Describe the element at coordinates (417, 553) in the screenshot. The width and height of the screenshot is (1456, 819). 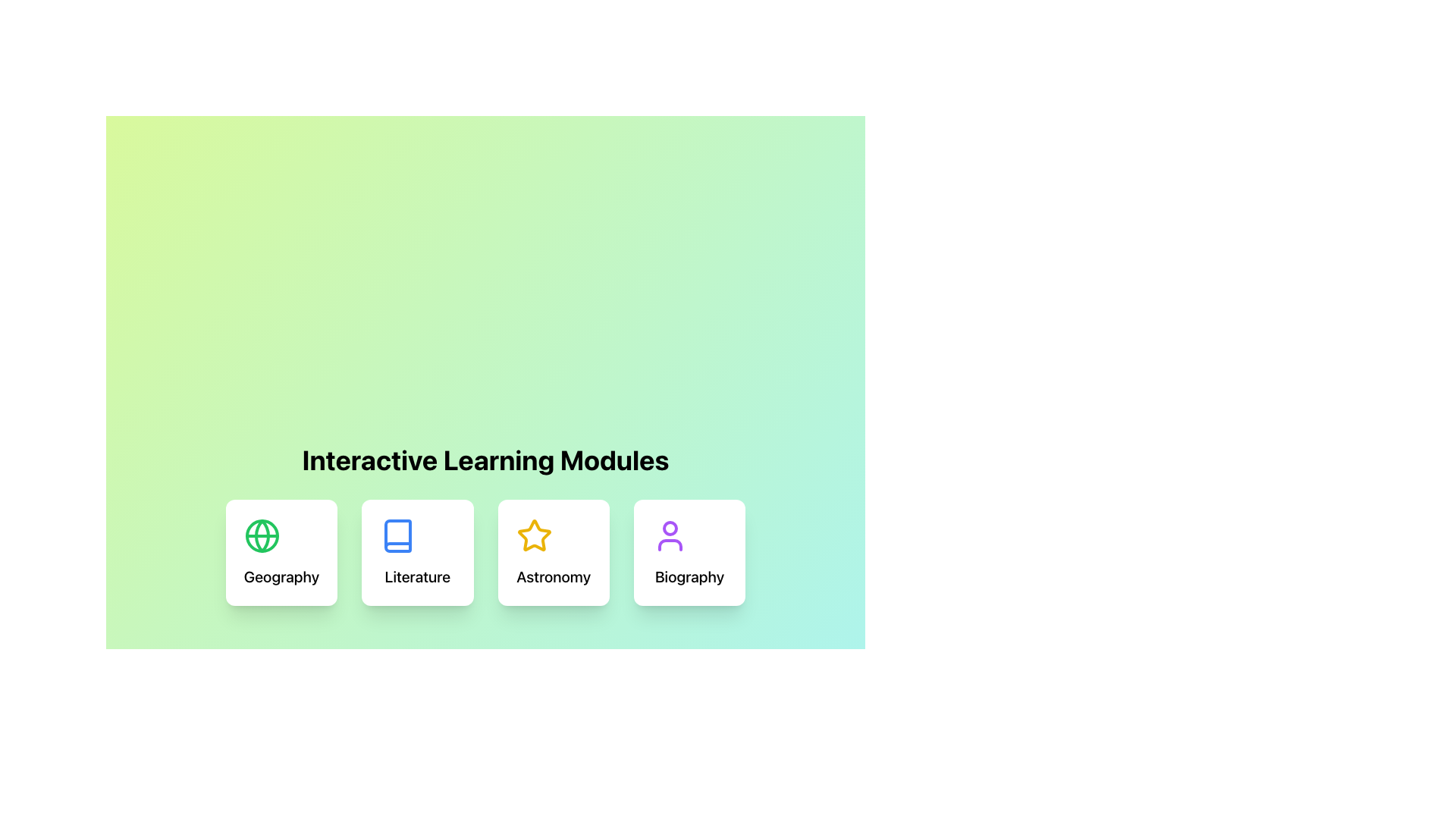
I see `the 'Literature' category card, which is the second card in a horizontal layout of four cards` at that location.